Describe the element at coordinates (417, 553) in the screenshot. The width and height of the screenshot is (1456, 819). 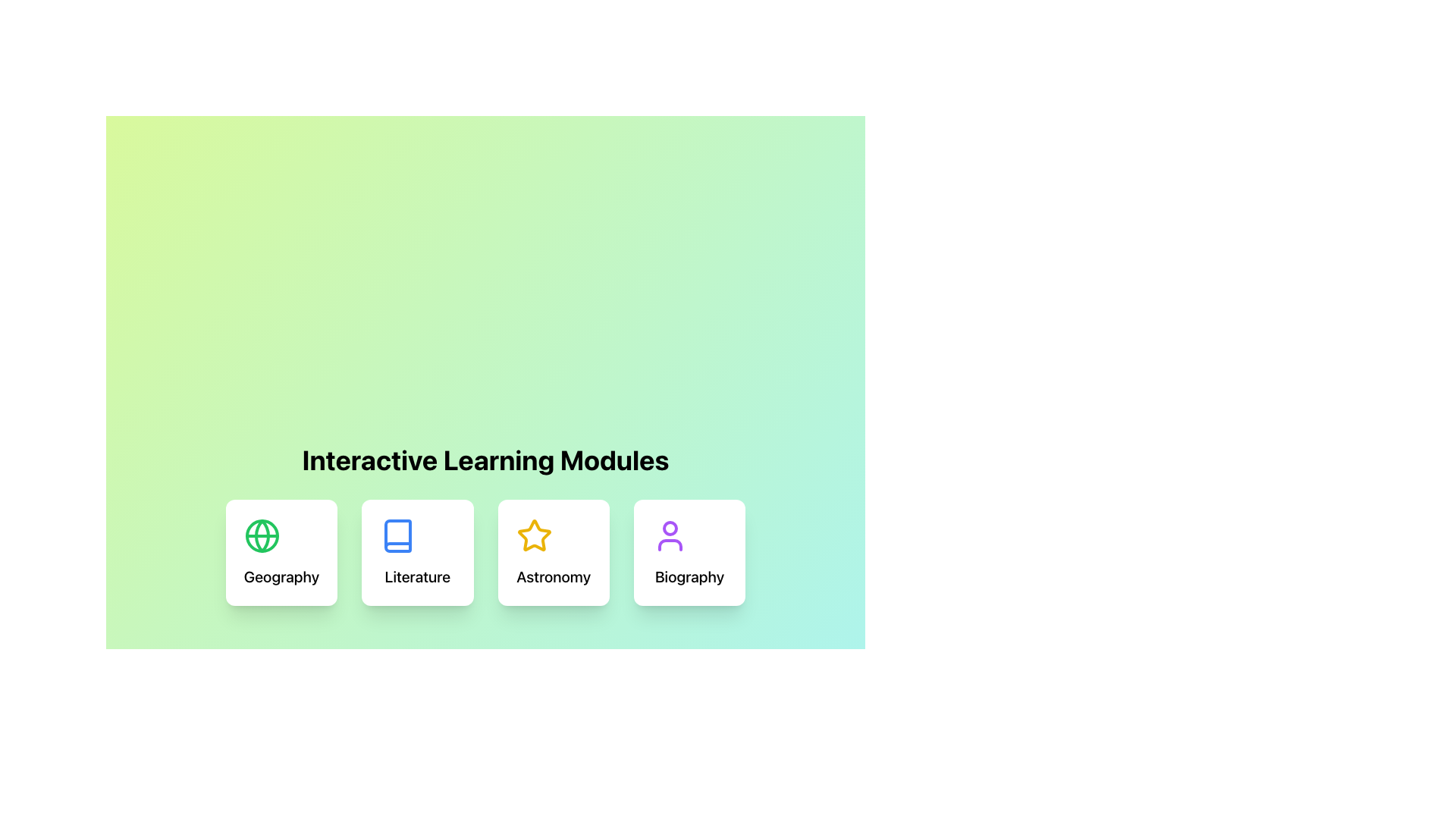
I see `the 'Literature' category card, which is the second card in a horizontal layout of four cards` at that location.